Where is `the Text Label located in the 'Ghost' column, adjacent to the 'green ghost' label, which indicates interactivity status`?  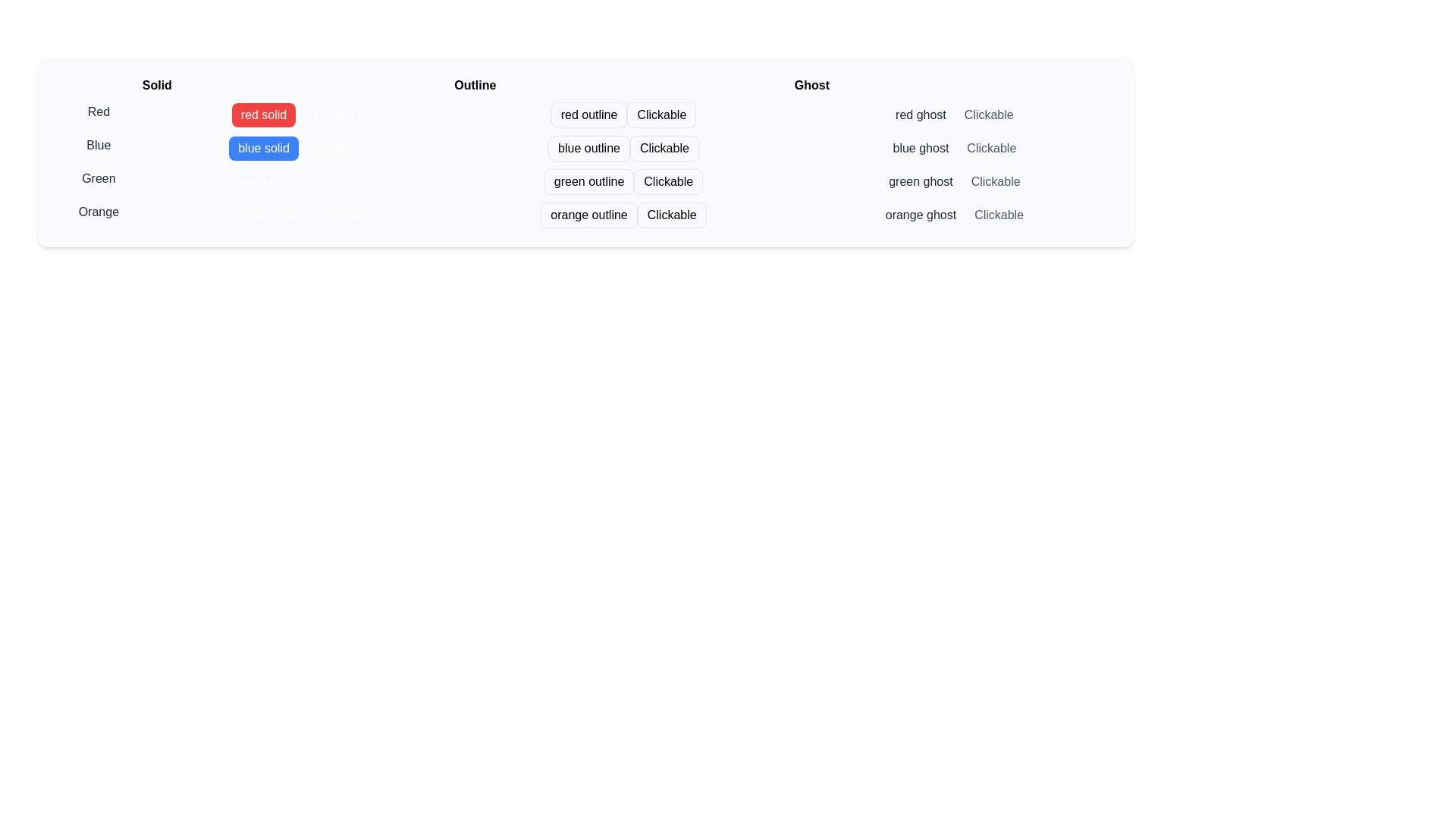
the Text Label located in the 'Ghost' column, adjacent to the 'green ghost' label, which indicates interactivity status is located at coordinates (996, 180).